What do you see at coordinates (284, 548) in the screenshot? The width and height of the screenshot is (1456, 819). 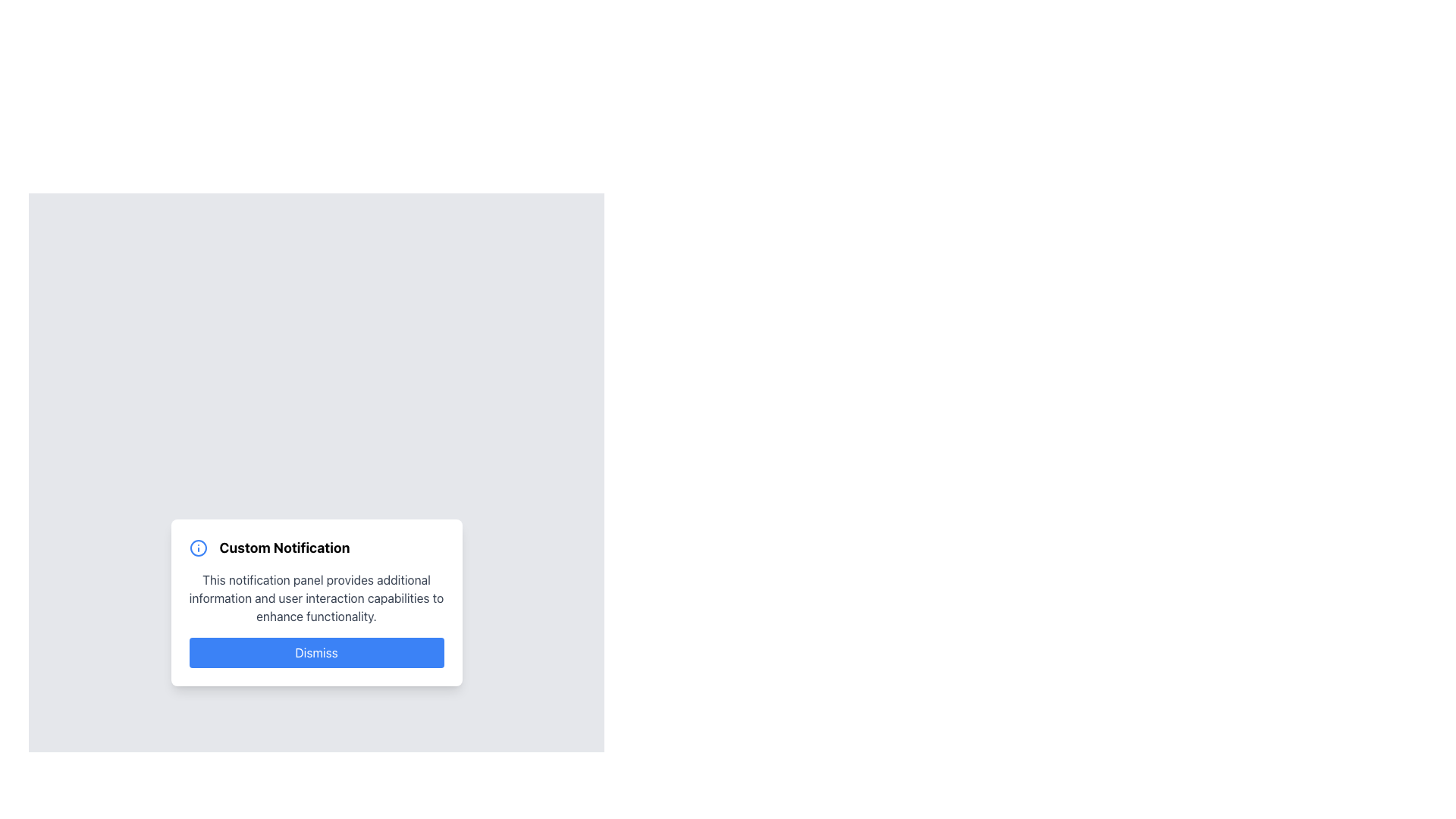 I see `the bold text element that says 'Custom Notification', which is styled in black and positioned within a notification panel at the lower part of the interface` at bounding box center [284, 548].